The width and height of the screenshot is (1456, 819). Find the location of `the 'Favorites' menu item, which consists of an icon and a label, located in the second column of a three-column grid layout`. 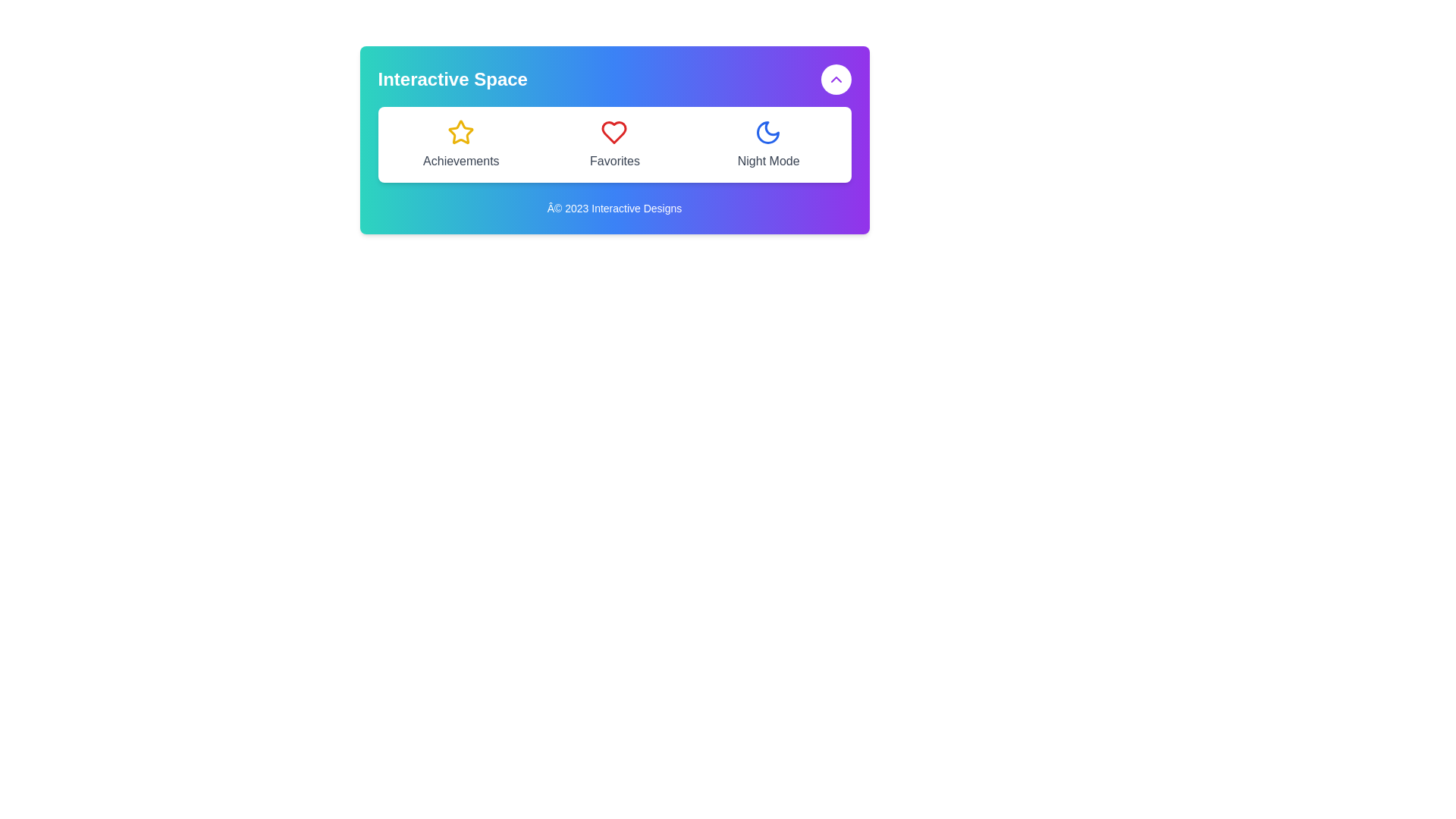

the 'Favorites' menu item, which consists of an icon and a label, located in the second column of a three-column grid layout is located at coordinates (614, 145).